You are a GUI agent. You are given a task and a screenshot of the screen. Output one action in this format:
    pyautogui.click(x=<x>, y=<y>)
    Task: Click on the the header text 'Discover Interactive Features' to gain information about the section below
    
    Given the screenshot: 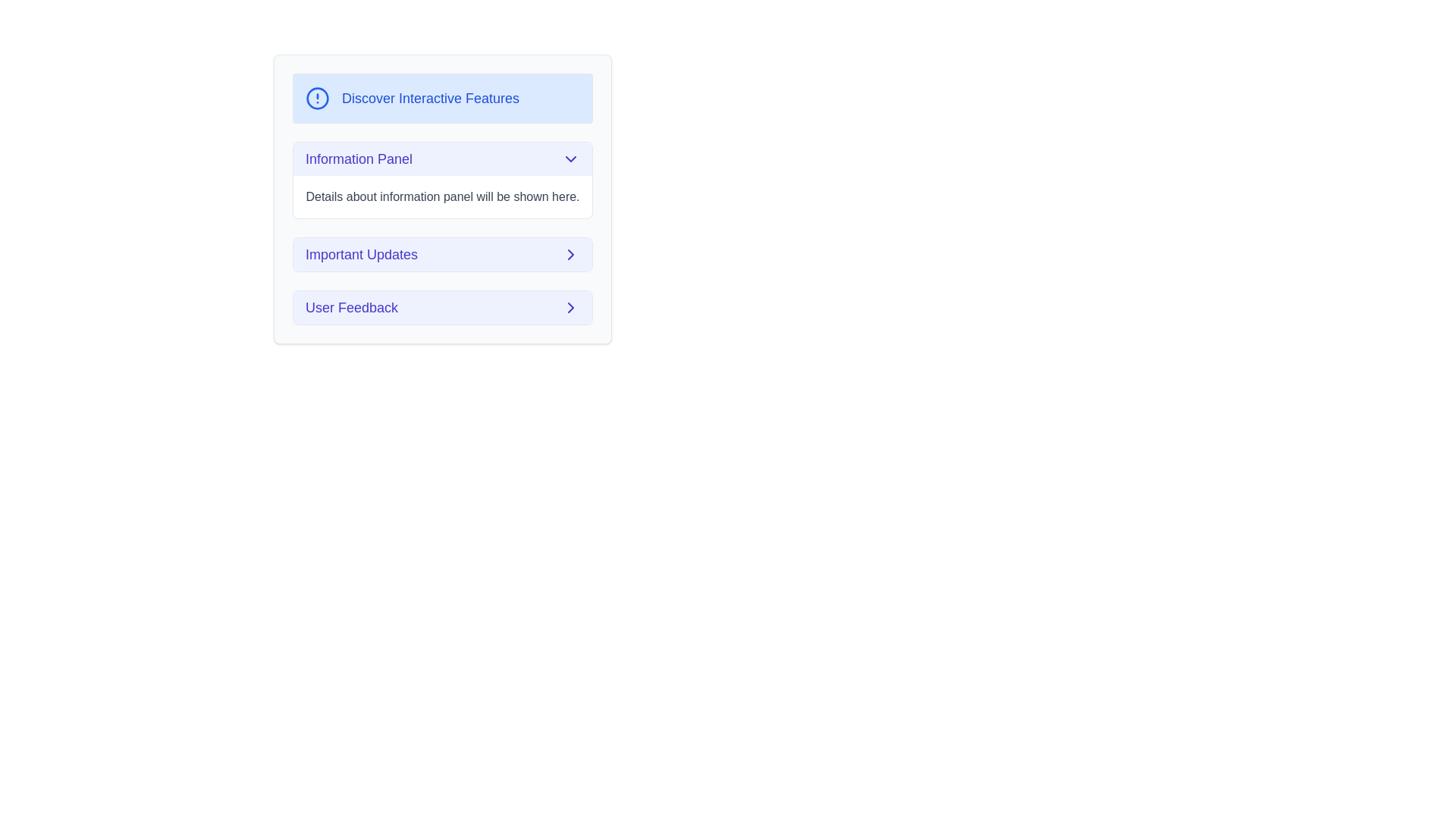 What is the action you would take?
    pyautogui.click(x=430, y=99)
    